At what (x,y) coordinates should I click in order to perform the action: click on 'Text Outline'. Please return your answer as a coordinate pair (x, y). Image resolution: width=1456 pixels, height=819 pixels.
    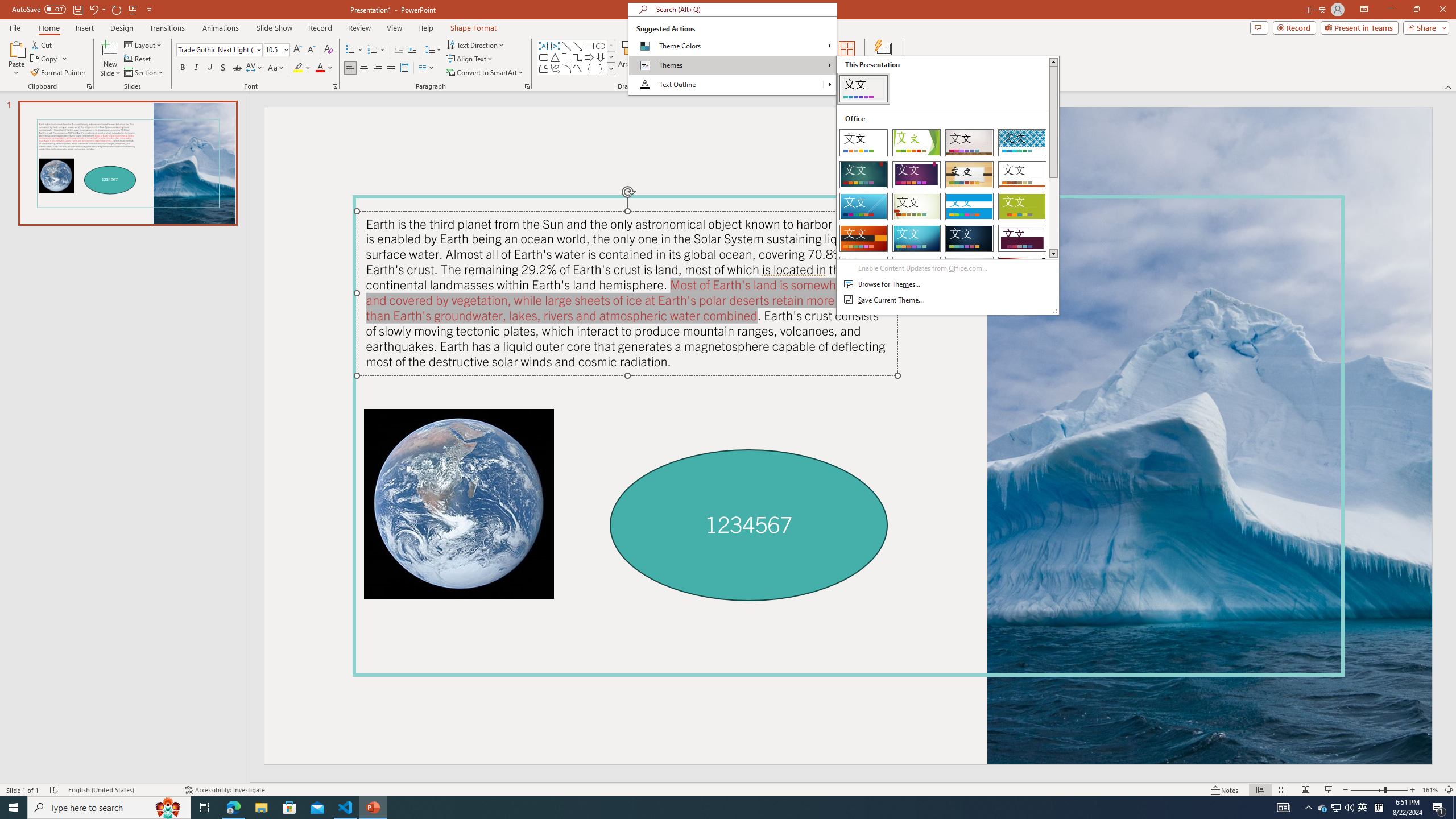
    Looking at the image, I should click on (725, 85).